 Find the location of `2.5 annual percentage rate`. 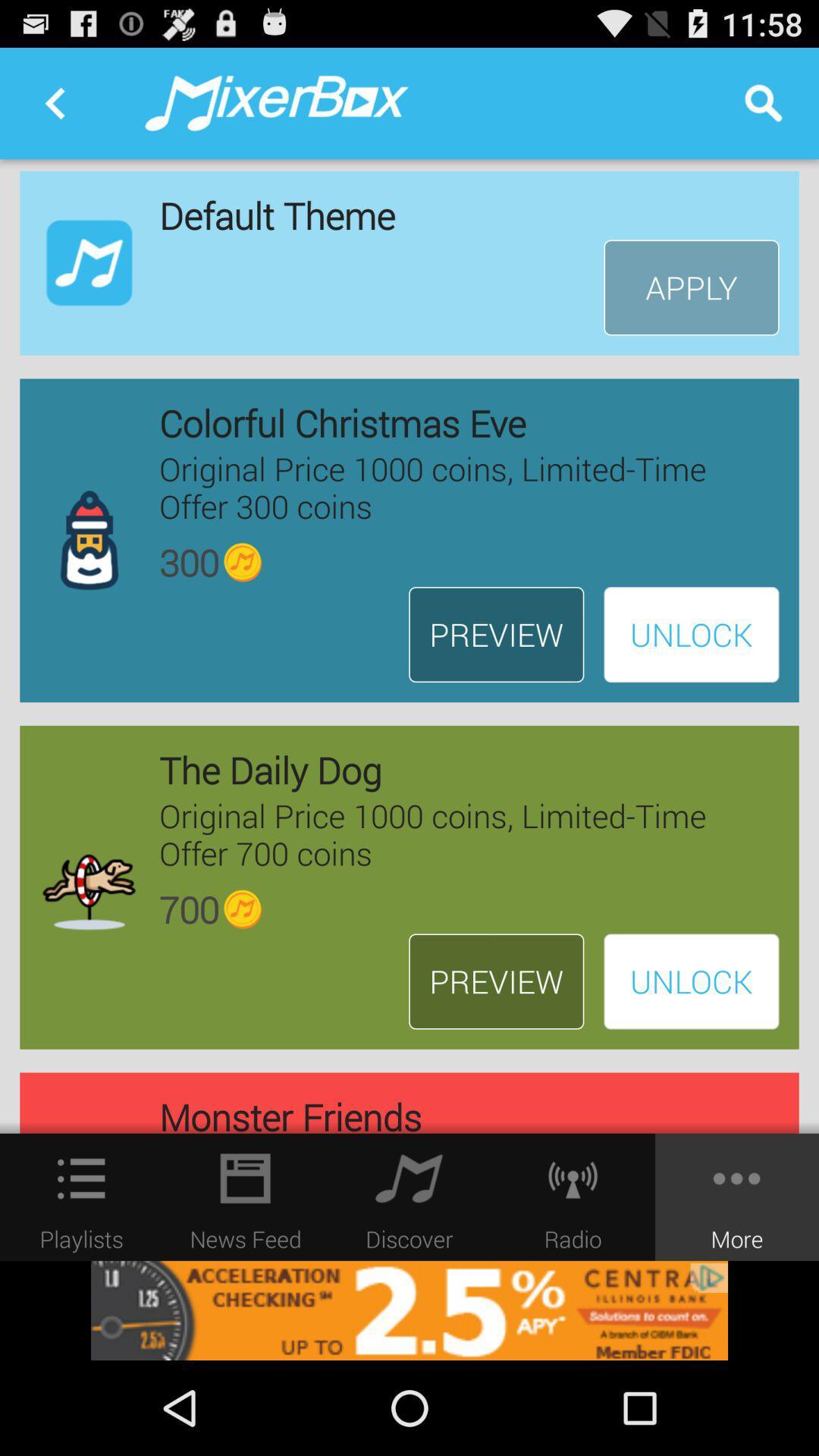

2.5 annual percentage rate is located at coordinates (409, 1310).